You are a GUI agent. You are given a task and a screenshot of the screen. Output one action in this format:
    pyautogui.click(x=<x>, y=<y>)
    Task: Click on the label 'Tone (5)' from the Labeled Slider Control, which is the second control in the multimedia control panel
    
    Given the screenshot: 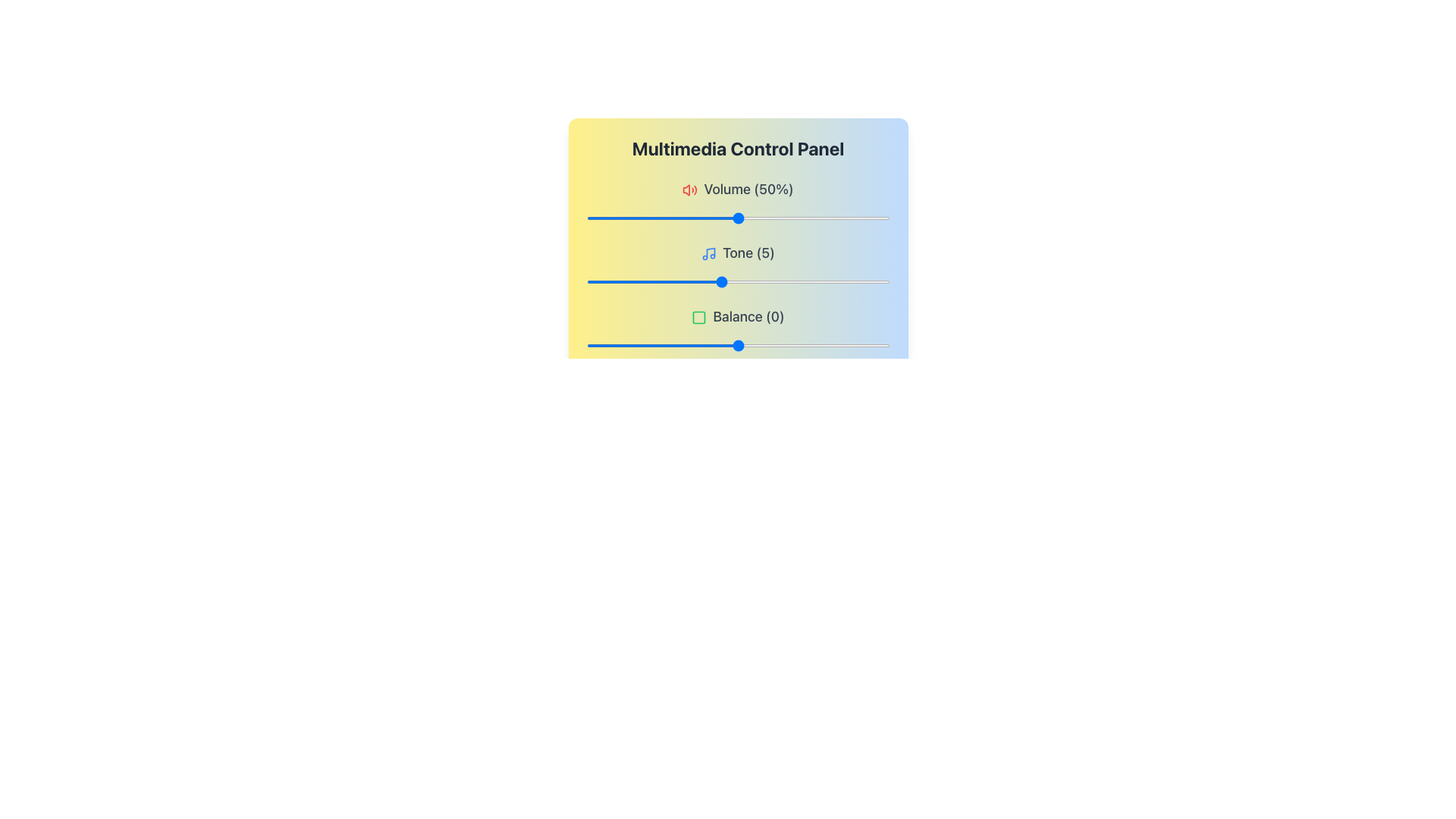 What is the action you would take?
    pyautogui.click(x=738, y=265)
    